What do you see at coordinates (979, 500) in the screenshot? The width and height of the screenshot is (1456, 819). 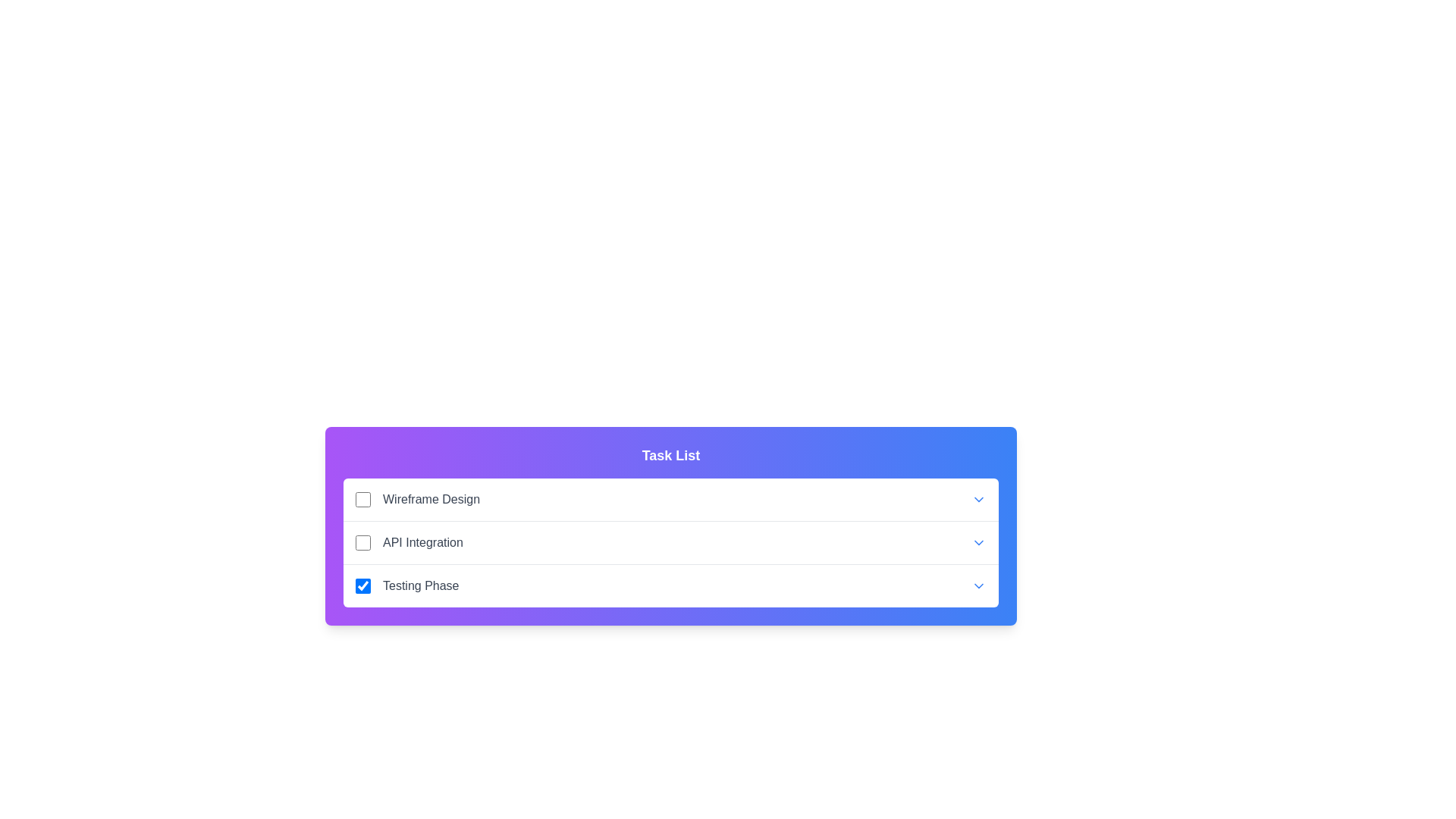 I see `the dropdown button to expand or collapse the task details` at bounding box center [979, 500].